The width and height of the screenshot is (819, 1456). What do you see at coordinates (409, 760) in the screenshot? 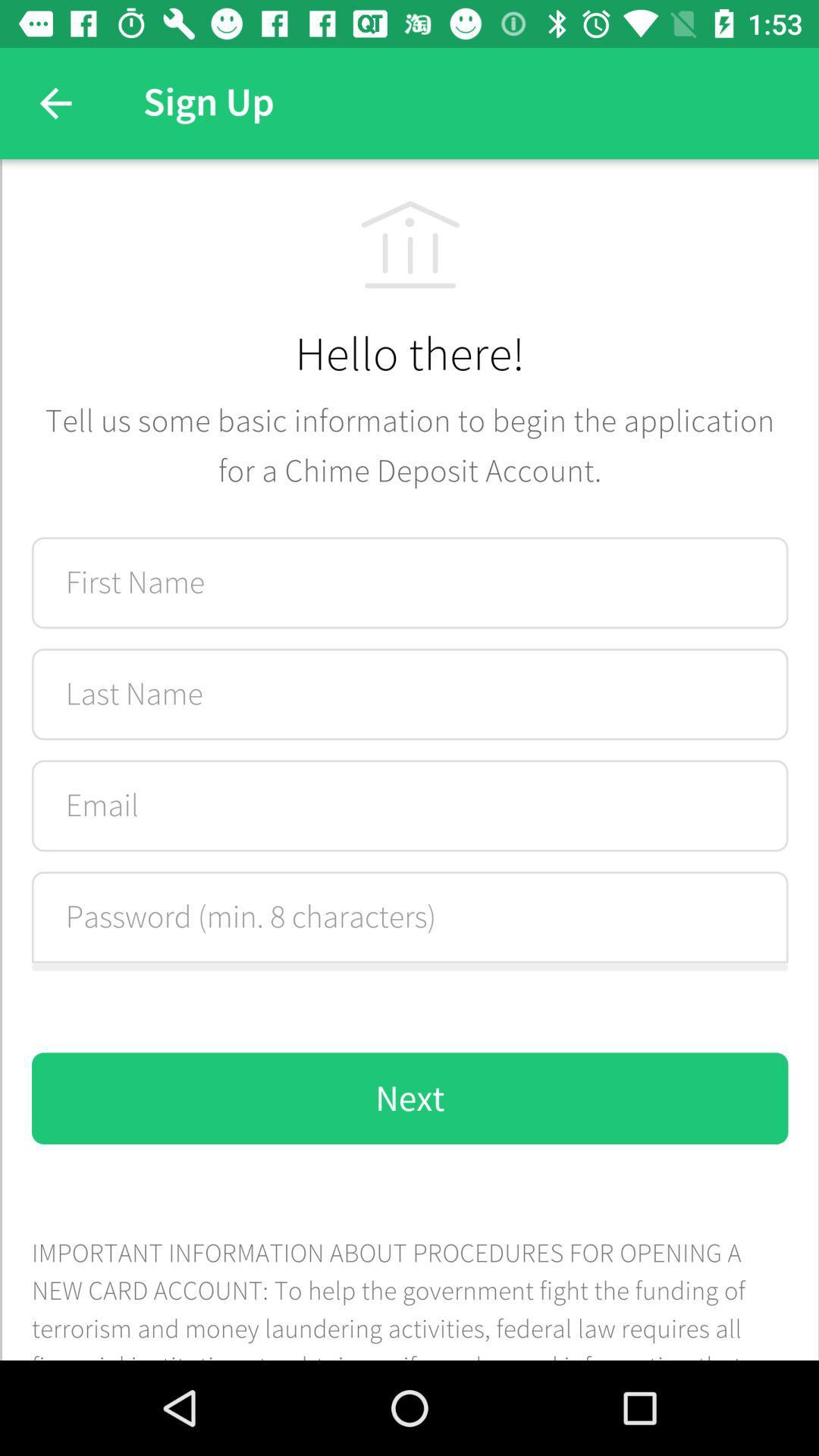
I see `contact page form` at bounding box center [409, 760].